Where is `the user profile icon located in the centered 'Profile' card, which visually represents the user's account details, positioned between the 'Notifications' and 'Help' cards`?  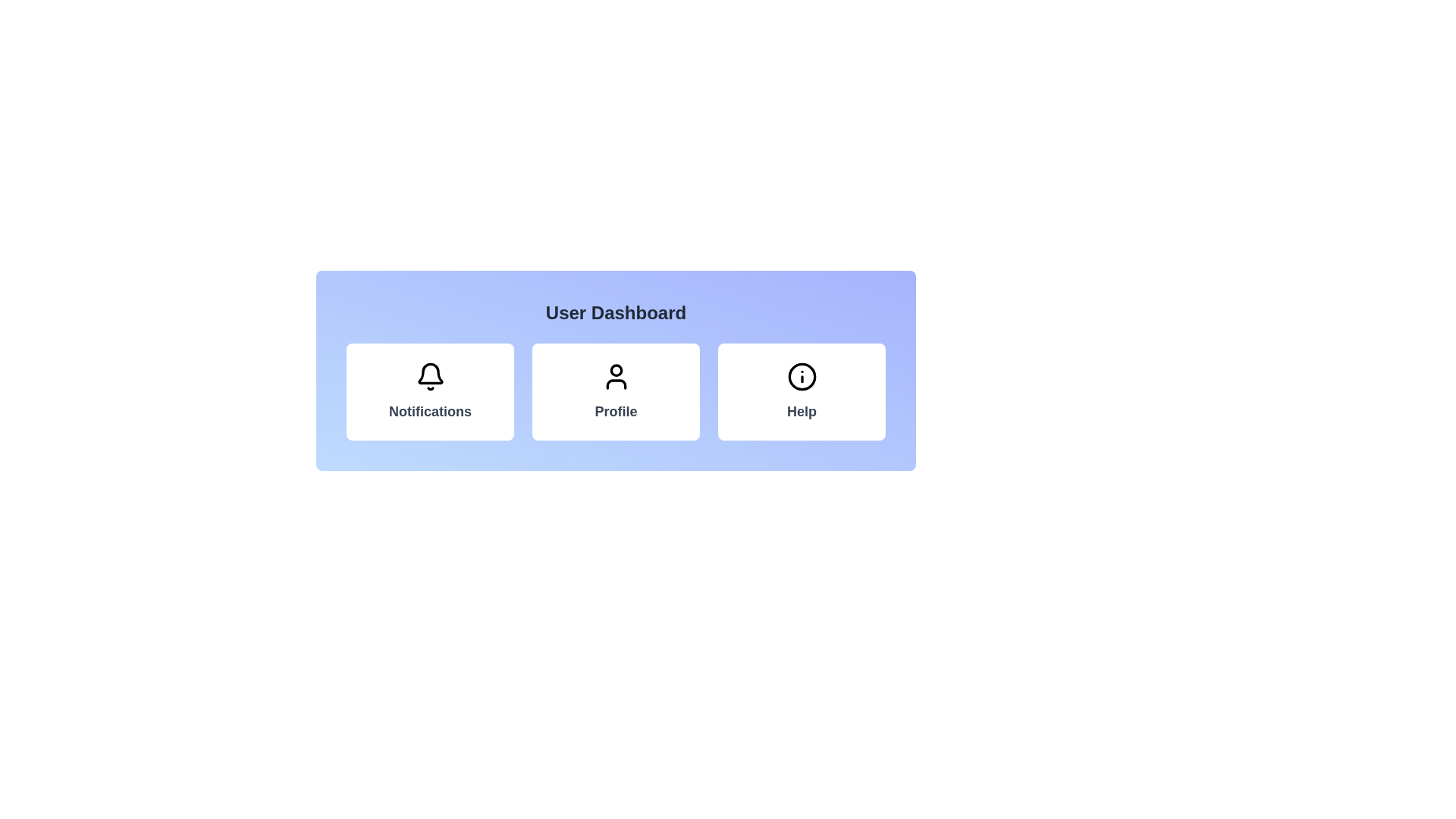
the user profile icon located in the centered 'Profile' card, which visually represents the user's account details, positioned between the 'Notifications' and 'Help' cards is located at coordinates (616, 376).